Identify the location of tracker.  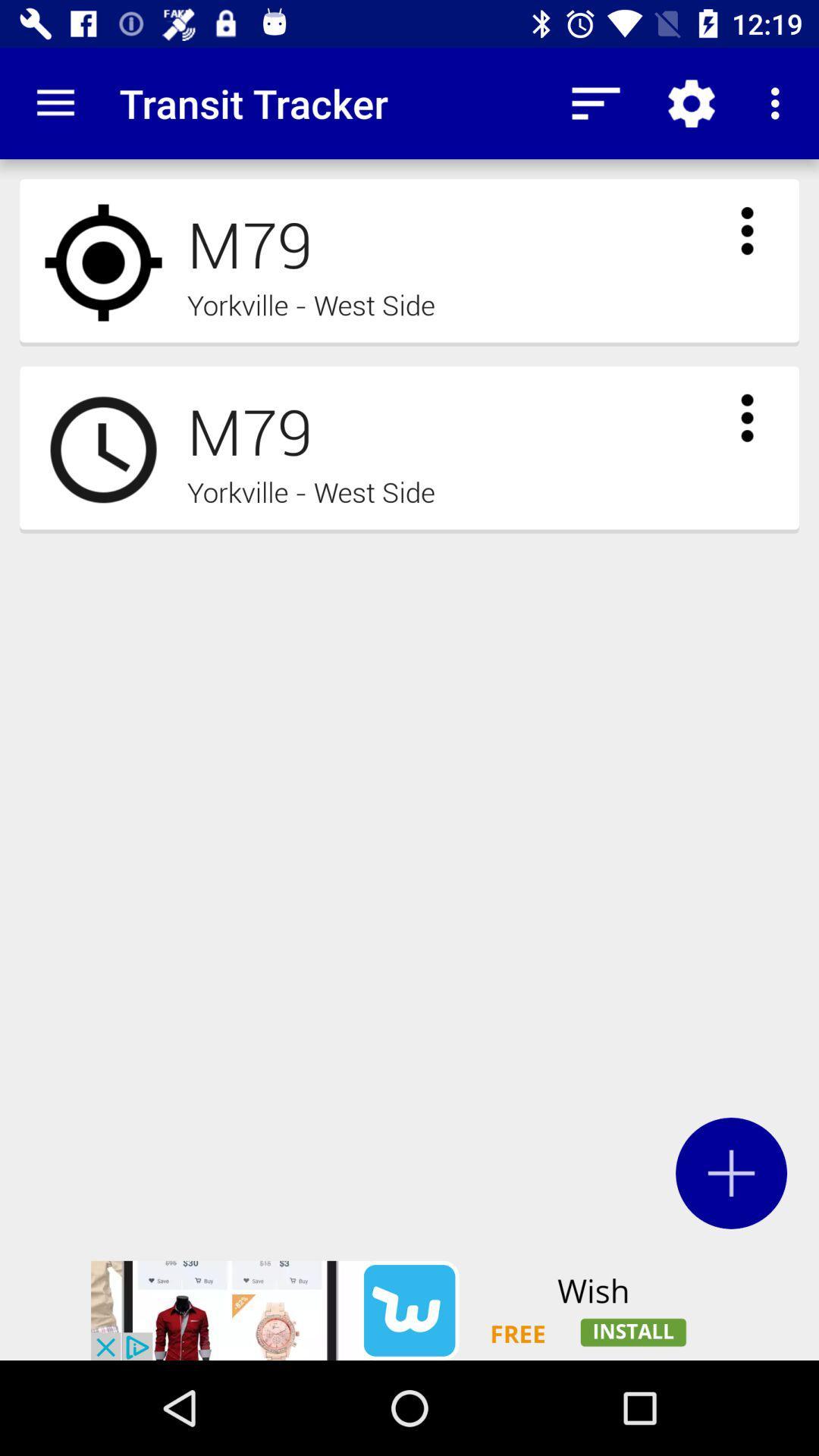
(730, 1172).